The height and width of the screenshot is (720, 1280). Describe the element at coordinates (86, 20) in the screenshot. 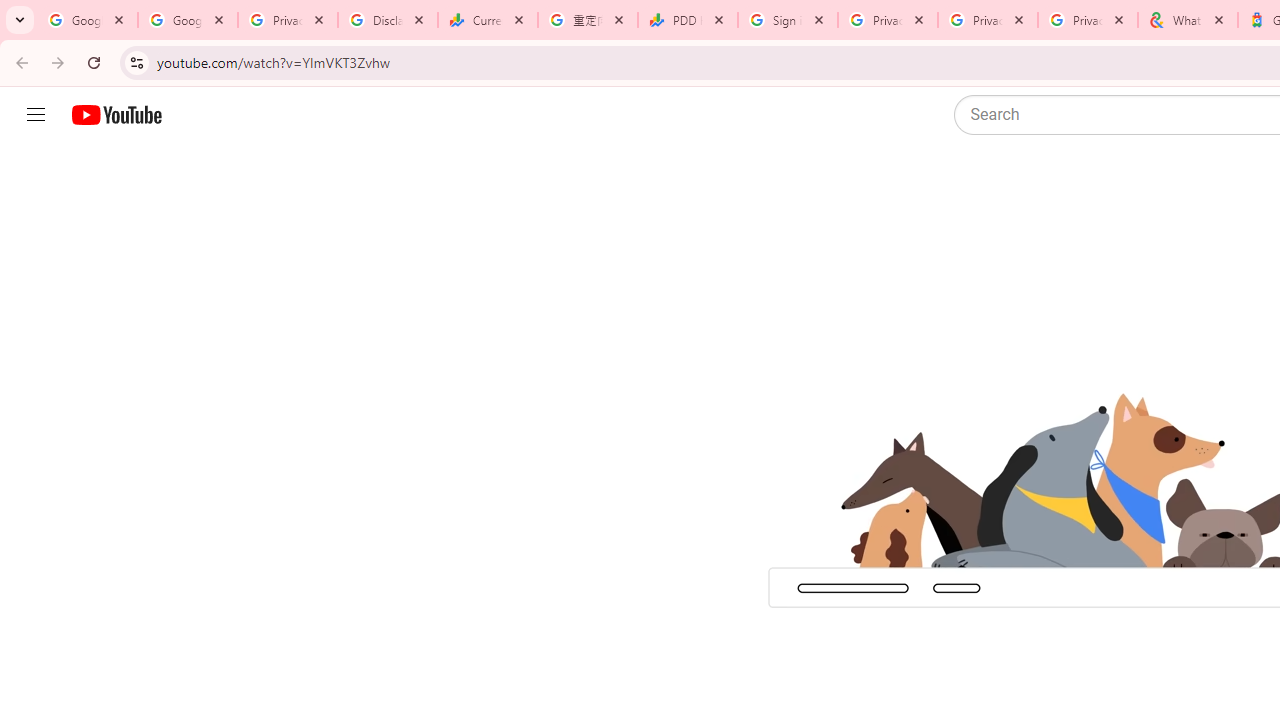

I see `'Google Workspace Admin Community'` at that location.